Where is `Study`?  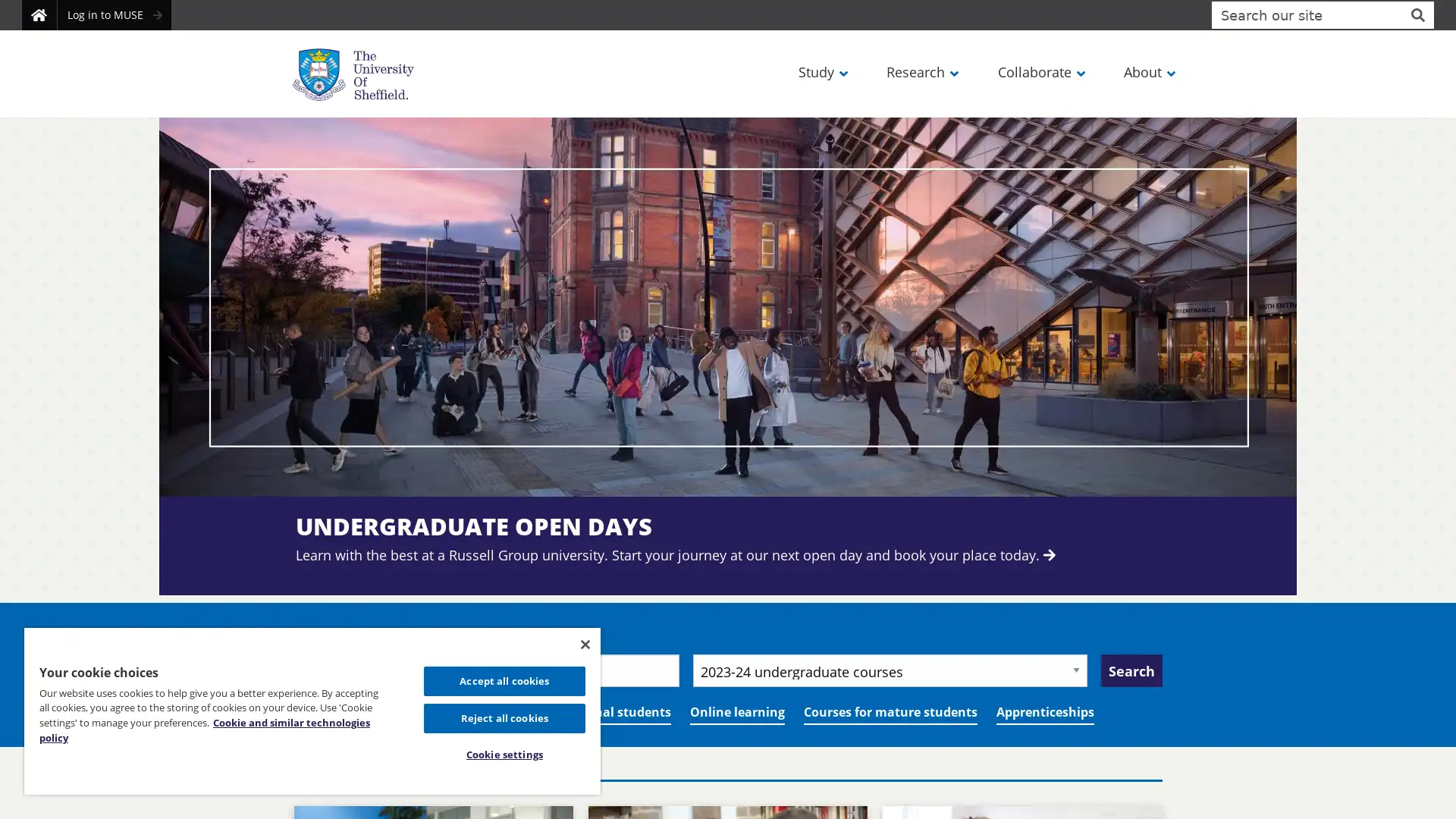 Study is located at coordinates (821, 71).